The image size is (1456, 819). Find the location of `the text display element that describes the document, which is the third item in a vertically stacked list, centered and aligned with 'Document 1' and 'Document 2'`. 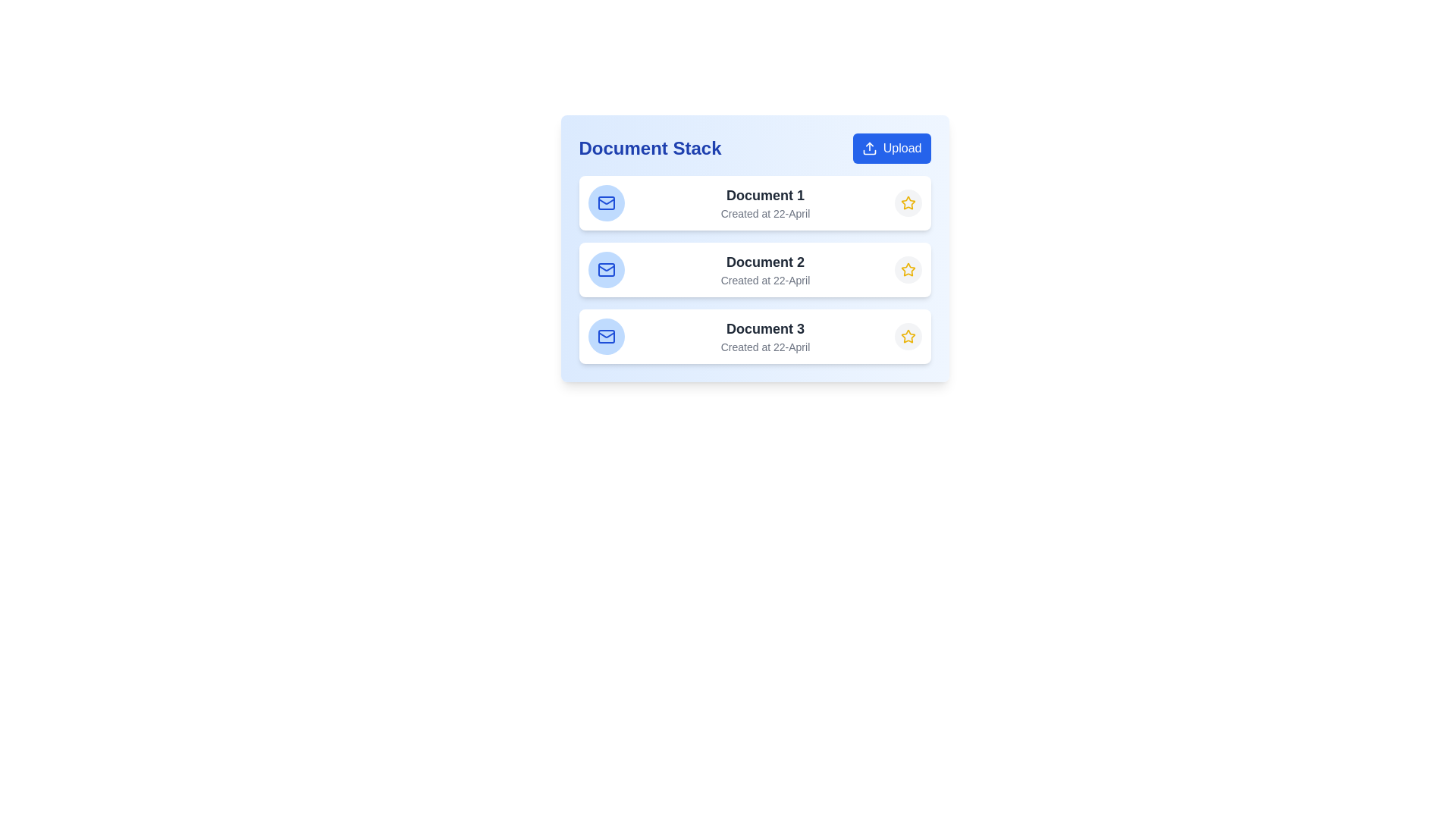

the text display element that describes the document, which is the third item in a vertically stacked list, centered and aligned with 'Document 1' and 'Document 2' is located at coordinates (765, 335).